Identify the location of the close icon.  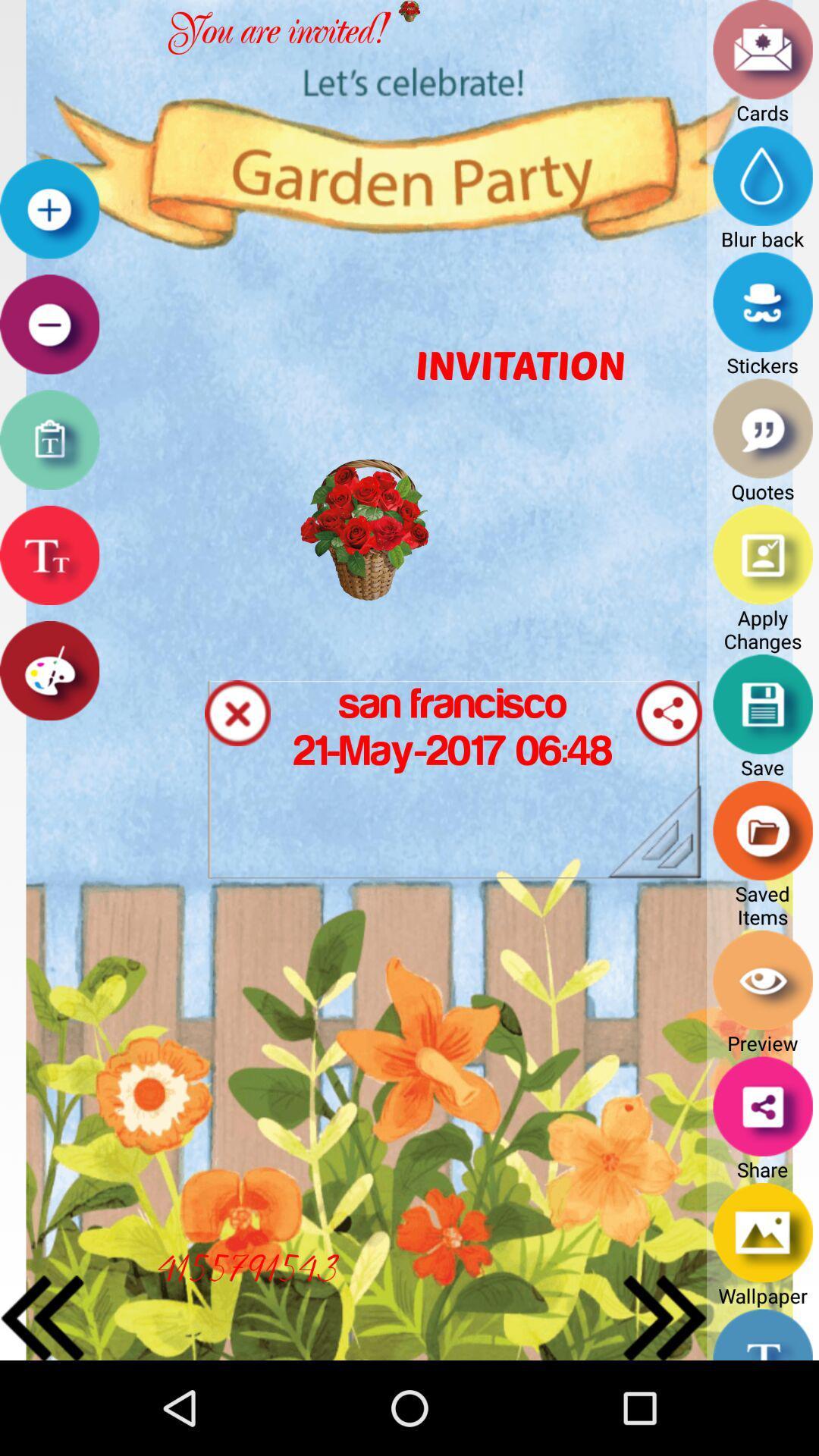
(237, 763).